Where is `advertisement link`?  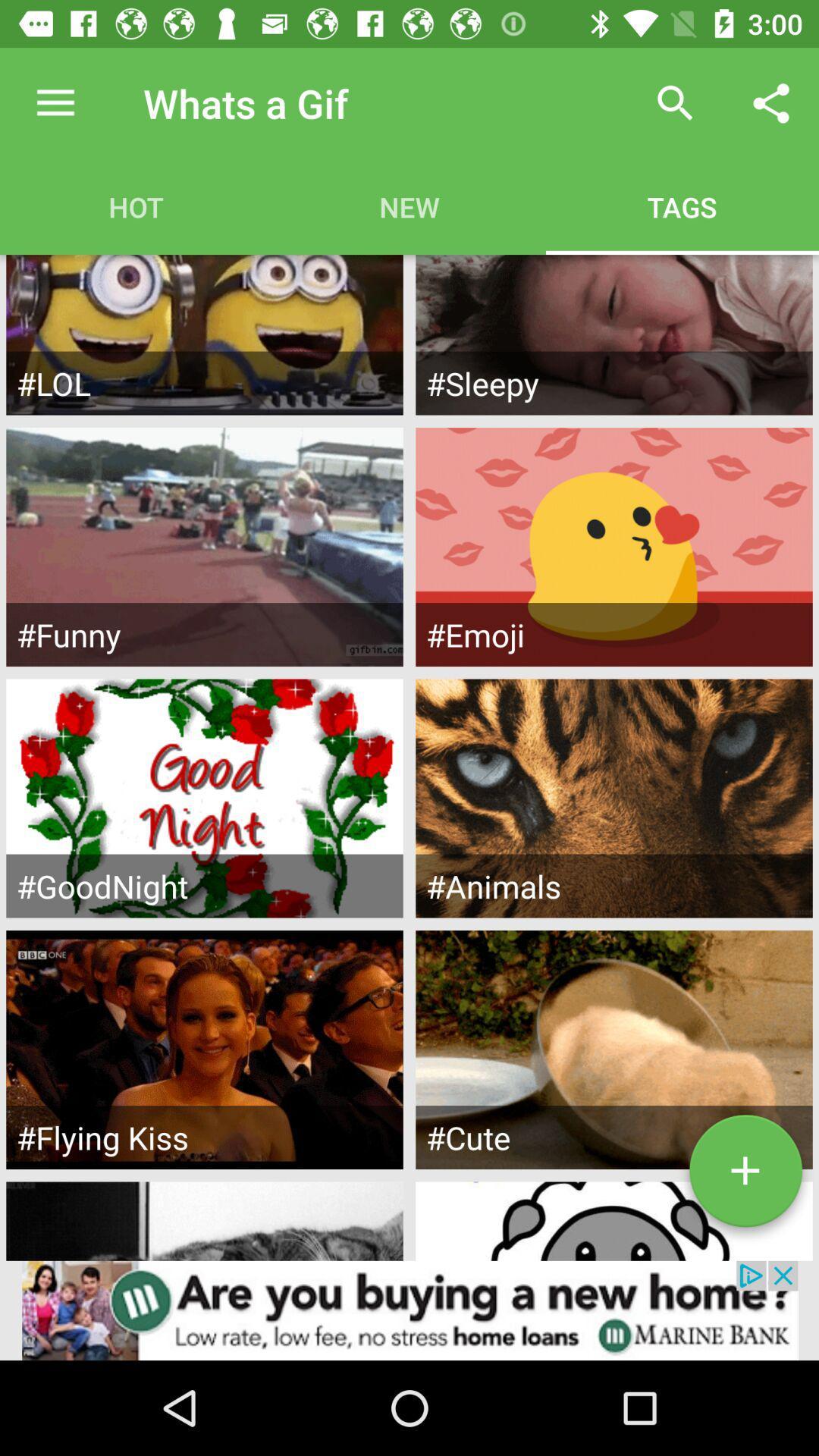 advertisement link is located at coordinates (409, 1310).